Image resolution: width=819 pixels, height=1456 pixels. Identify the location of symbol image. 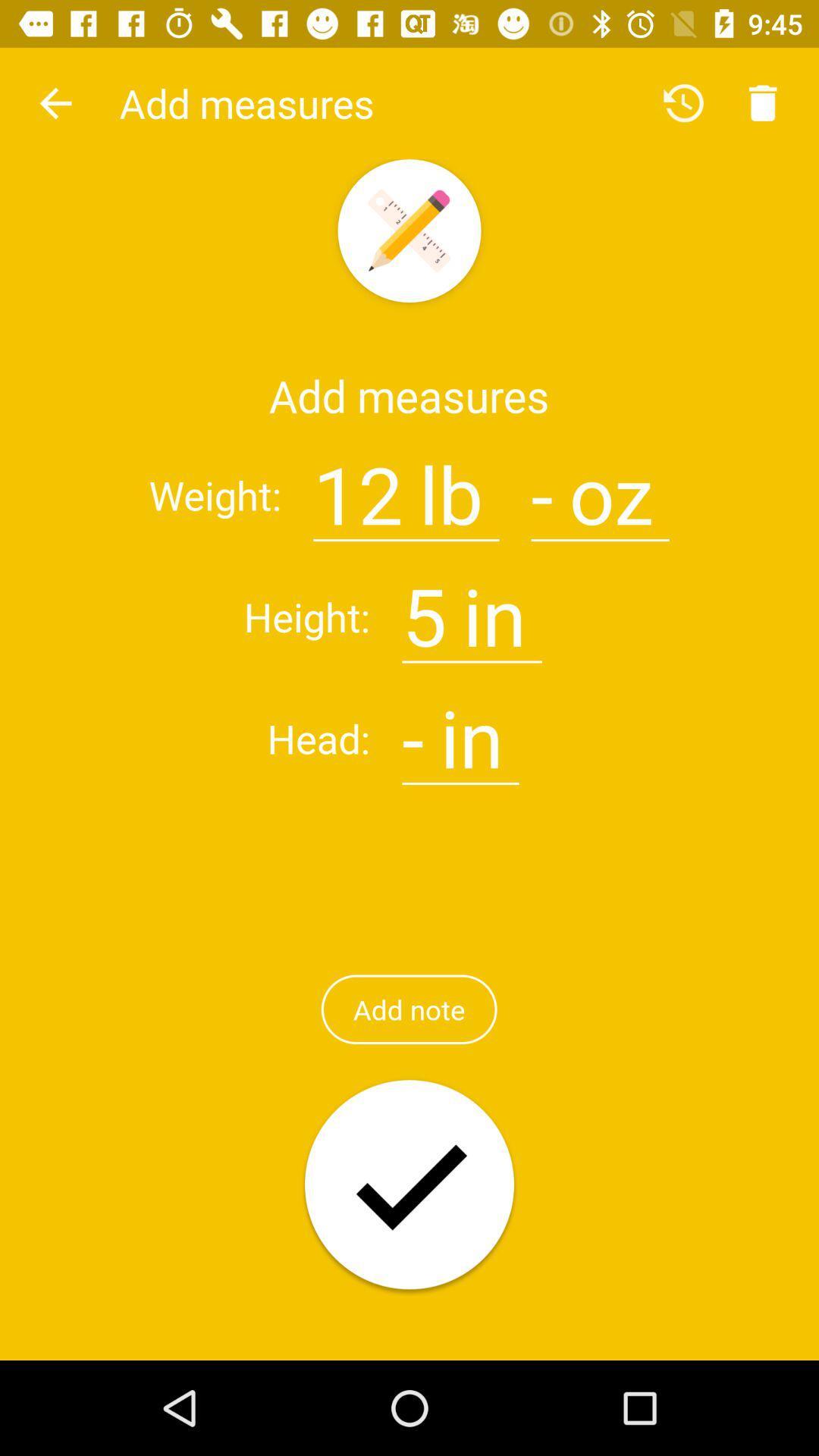
(541, 485).